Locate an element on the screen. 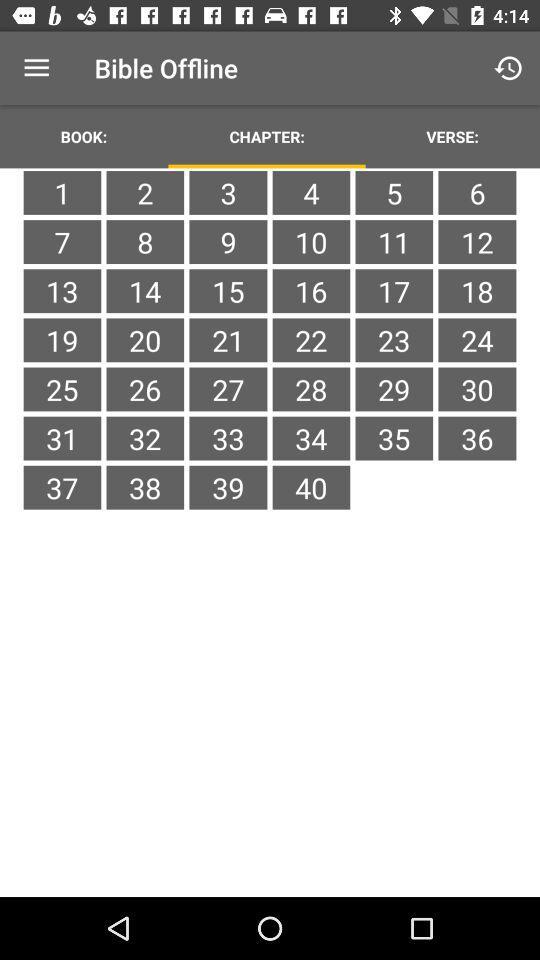  item to the right of 8 item is located at coordinates (227, 290).